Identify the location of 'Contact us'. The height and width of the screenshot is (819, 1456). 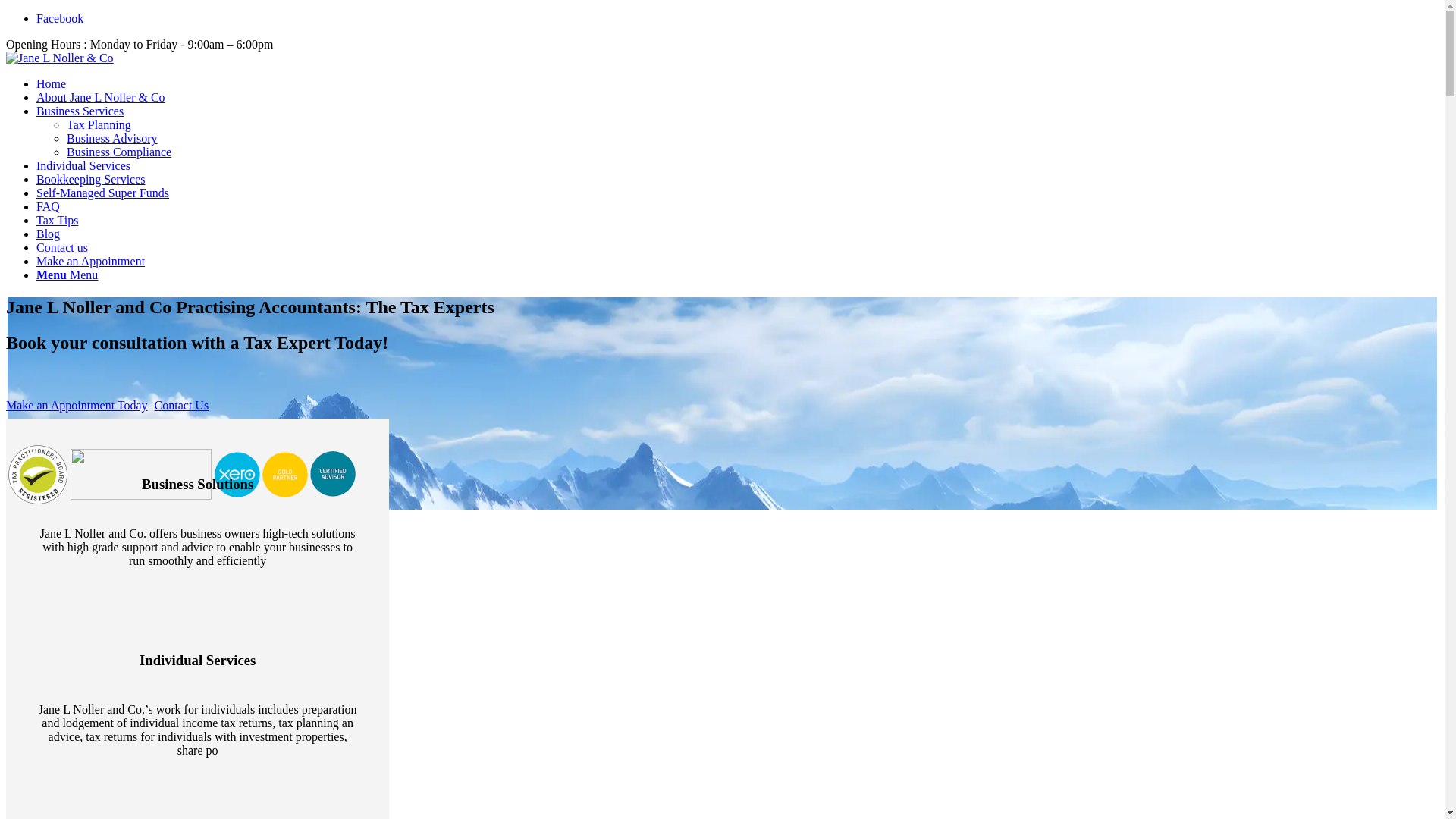
(61, 246).